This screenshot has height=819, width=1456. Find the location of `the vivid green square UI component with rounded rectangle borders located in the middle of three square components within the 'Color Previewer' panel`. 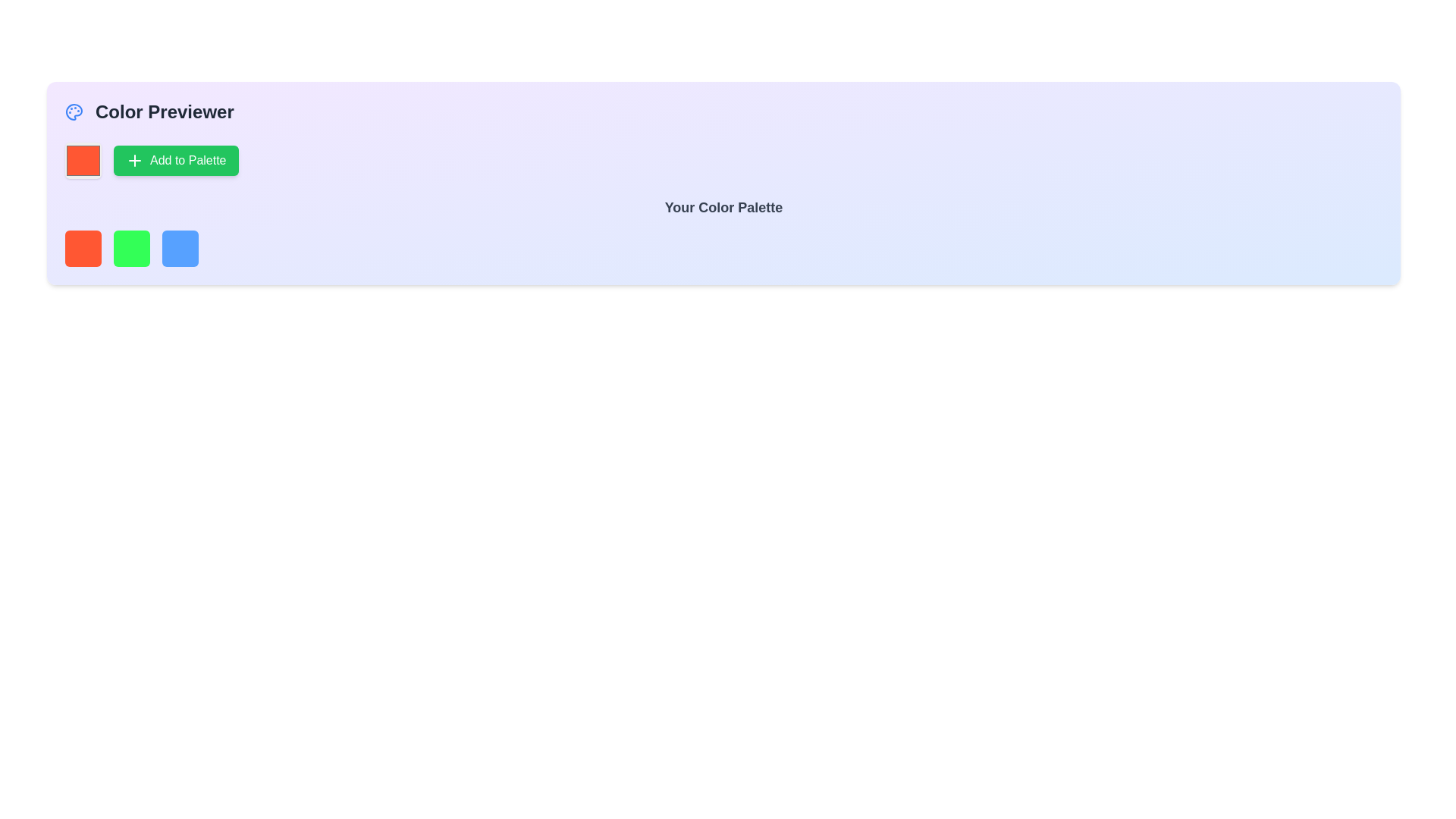

the vivid green square UI component with rounded rectangle borders located in the middle of three square components within the 'Color Previewer' panel is located at coordinates (131, 247).